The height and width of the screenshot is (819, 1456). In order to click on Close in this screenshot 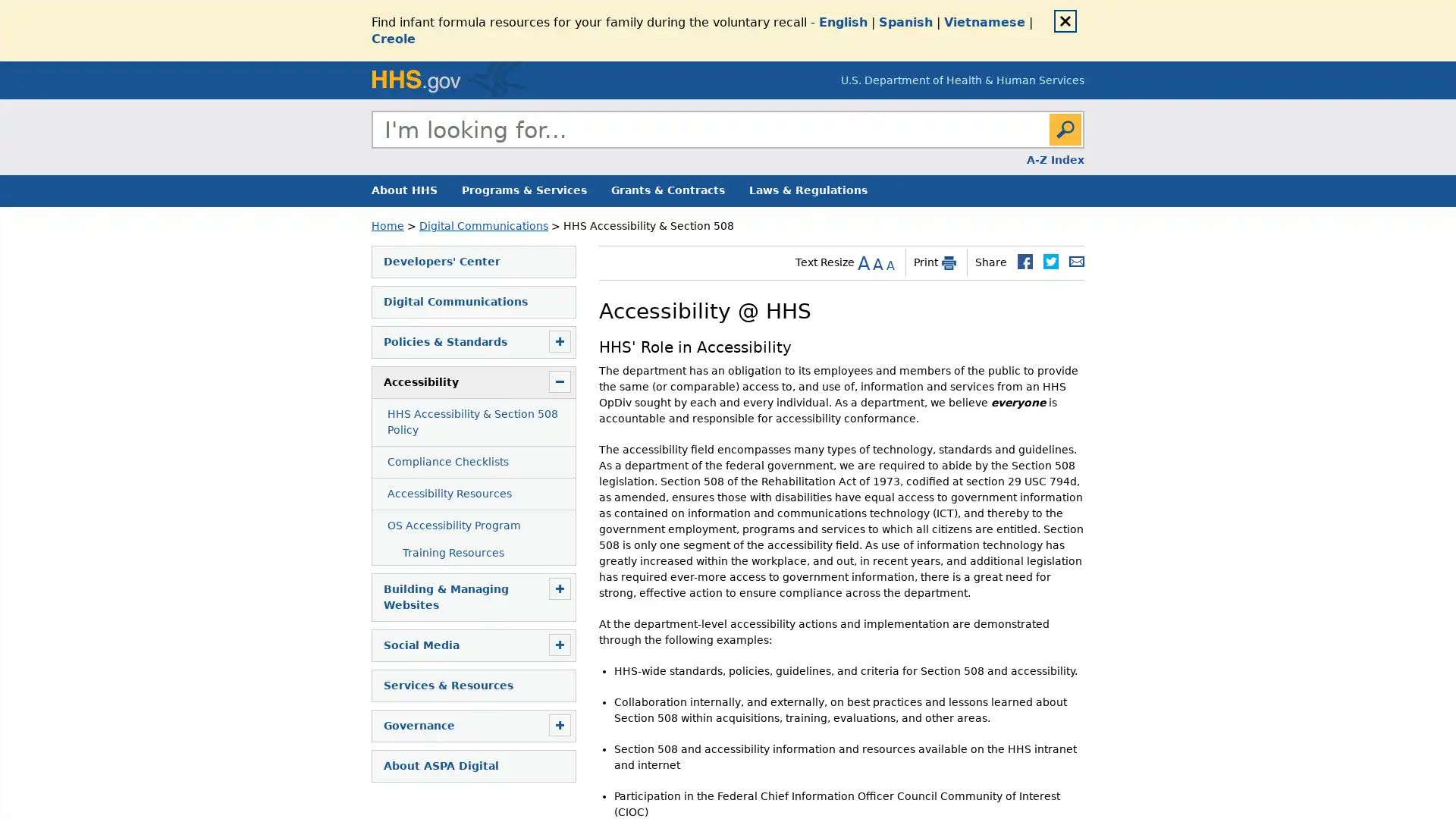, I will do `click(1065, 20)`.